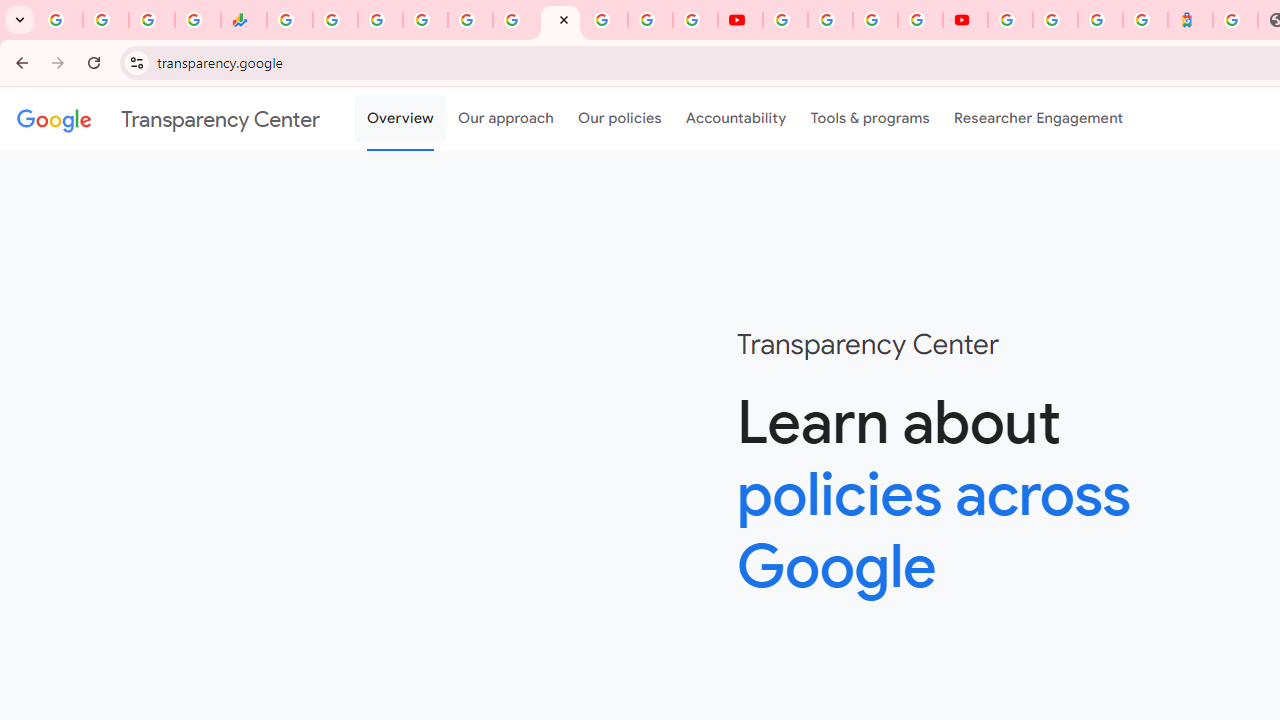 The width and height of the screenshot is (1280, 720). Describe the element at coordinates (619, 119) in the screenshot. I see `'Our policies'` at that location.